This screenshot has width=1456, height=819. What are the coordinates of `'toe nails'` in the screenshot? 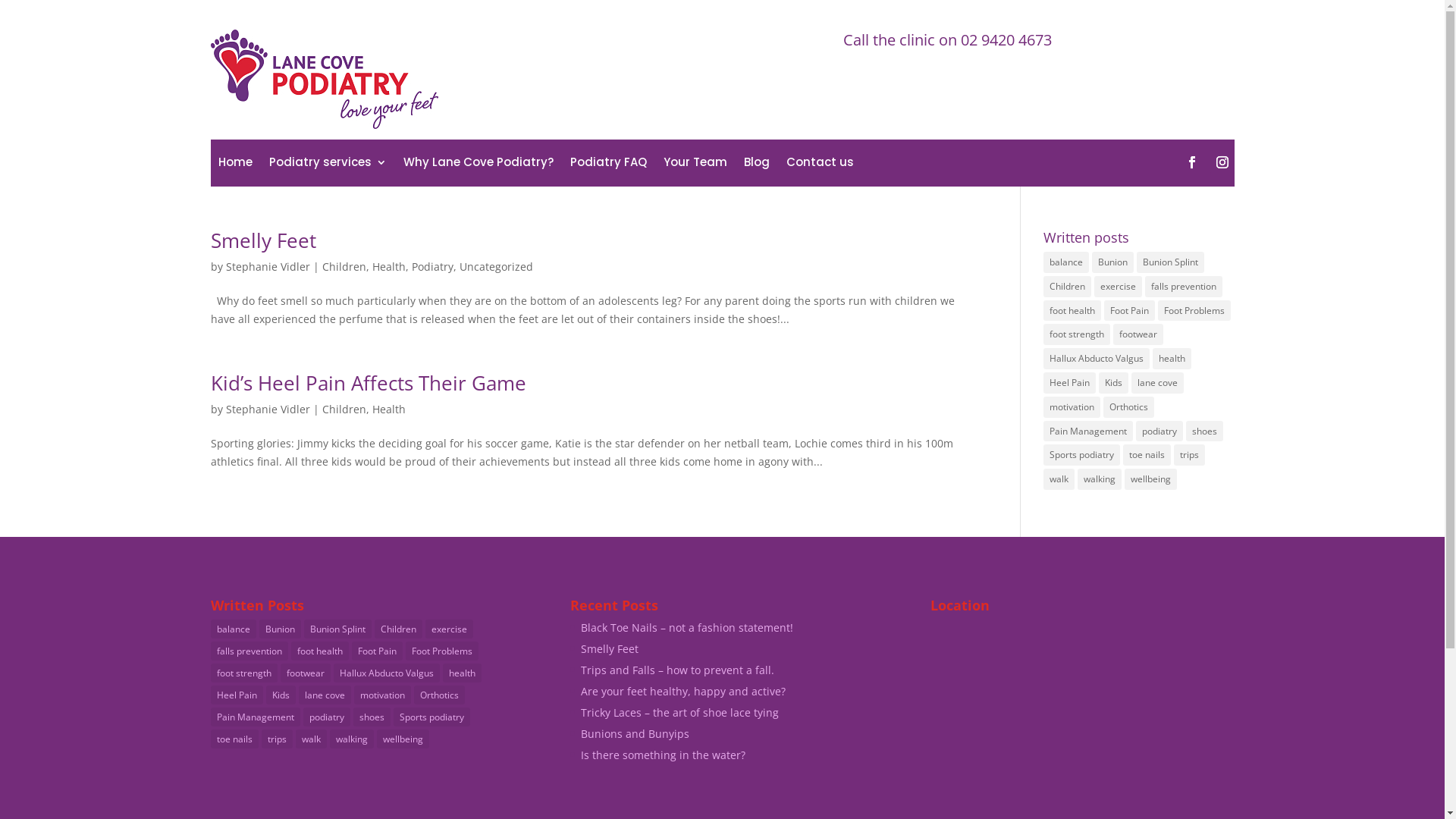 It's located at (1147, 454).